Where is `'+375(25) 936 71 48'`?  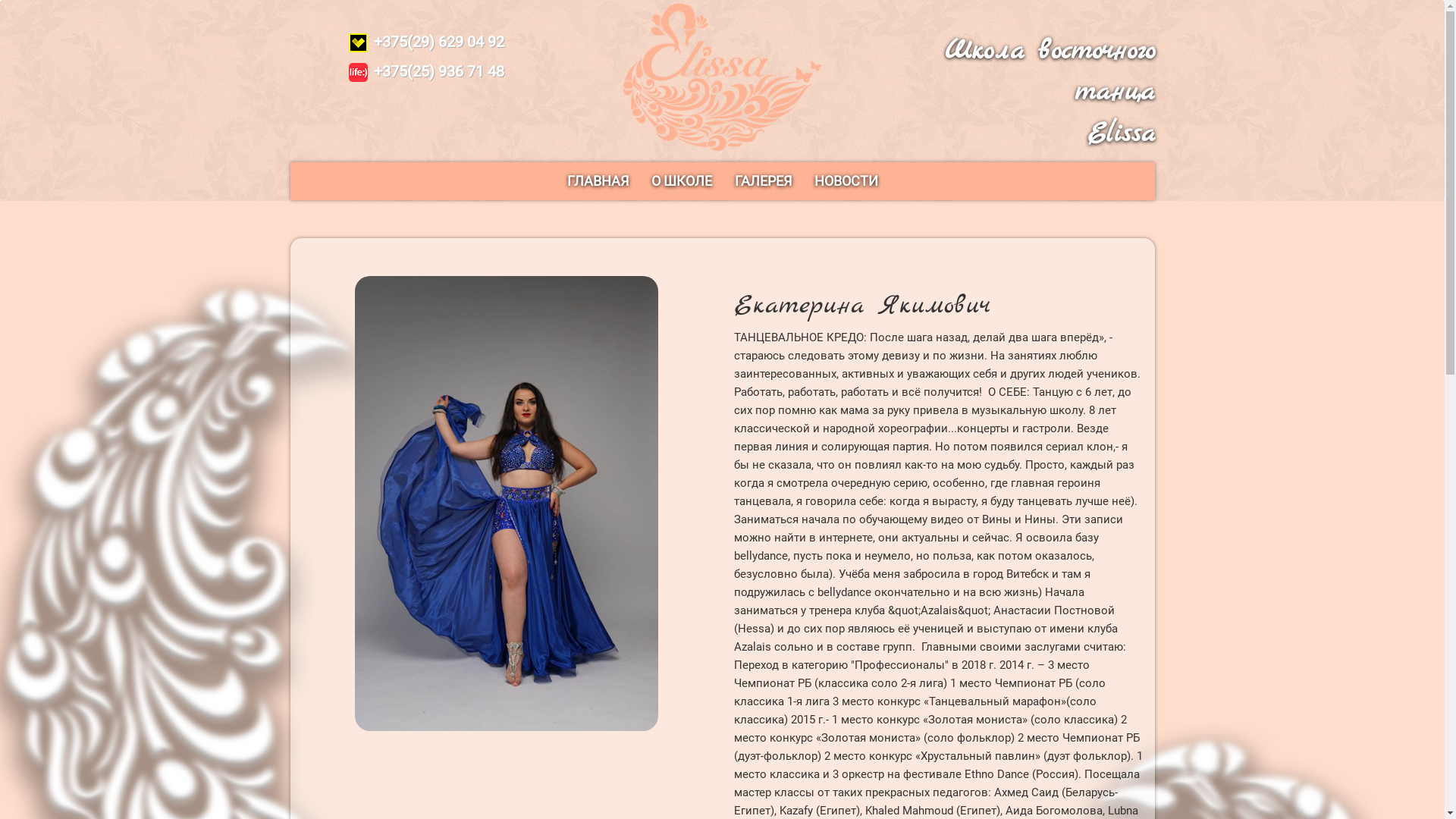 '+375(25) 936 71 48' is located at coordinates (425, 71).